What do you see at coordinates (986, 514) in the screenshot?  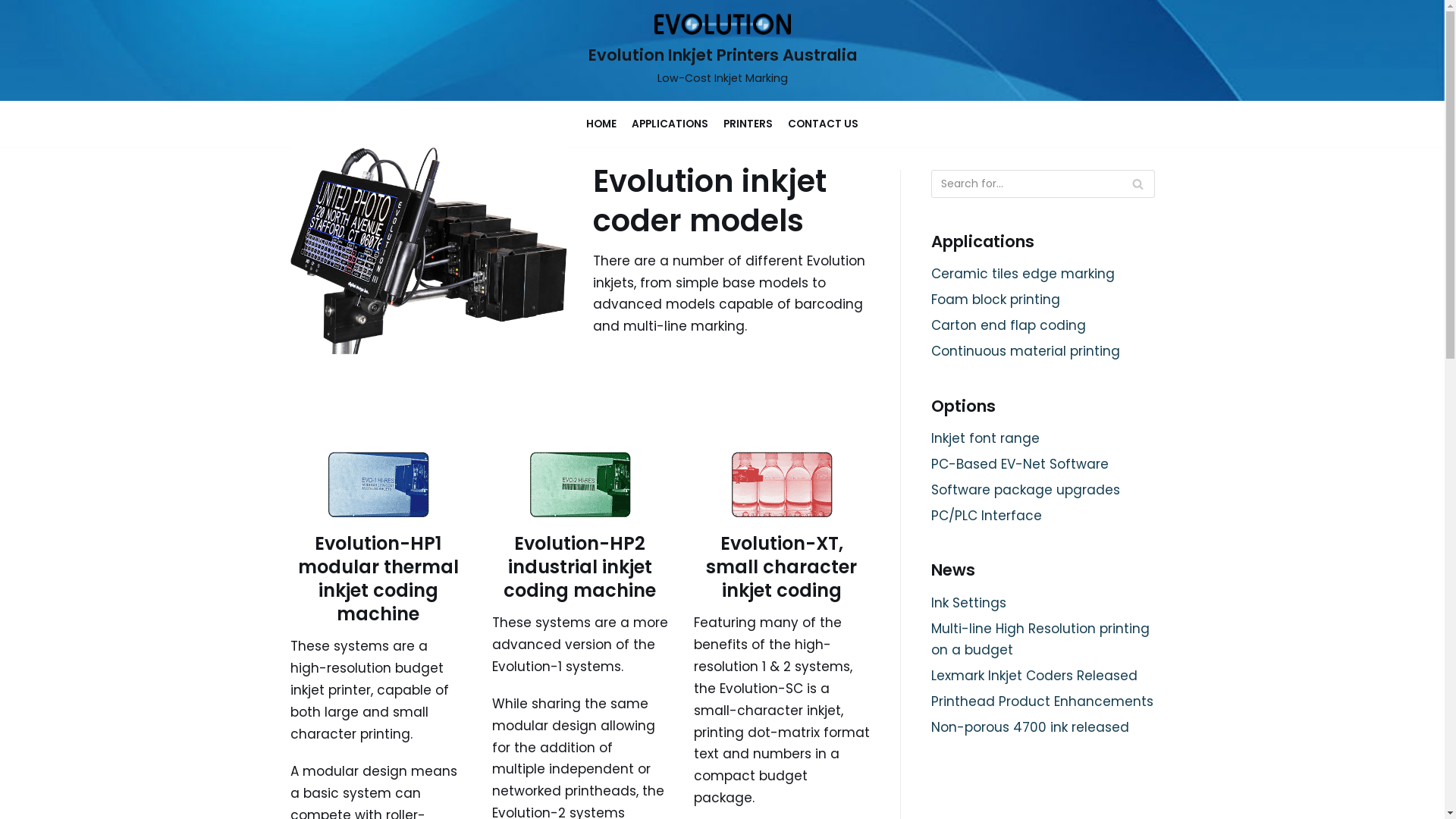 I see `'PC/PLC Interface'` at bounding box center [986, 514].